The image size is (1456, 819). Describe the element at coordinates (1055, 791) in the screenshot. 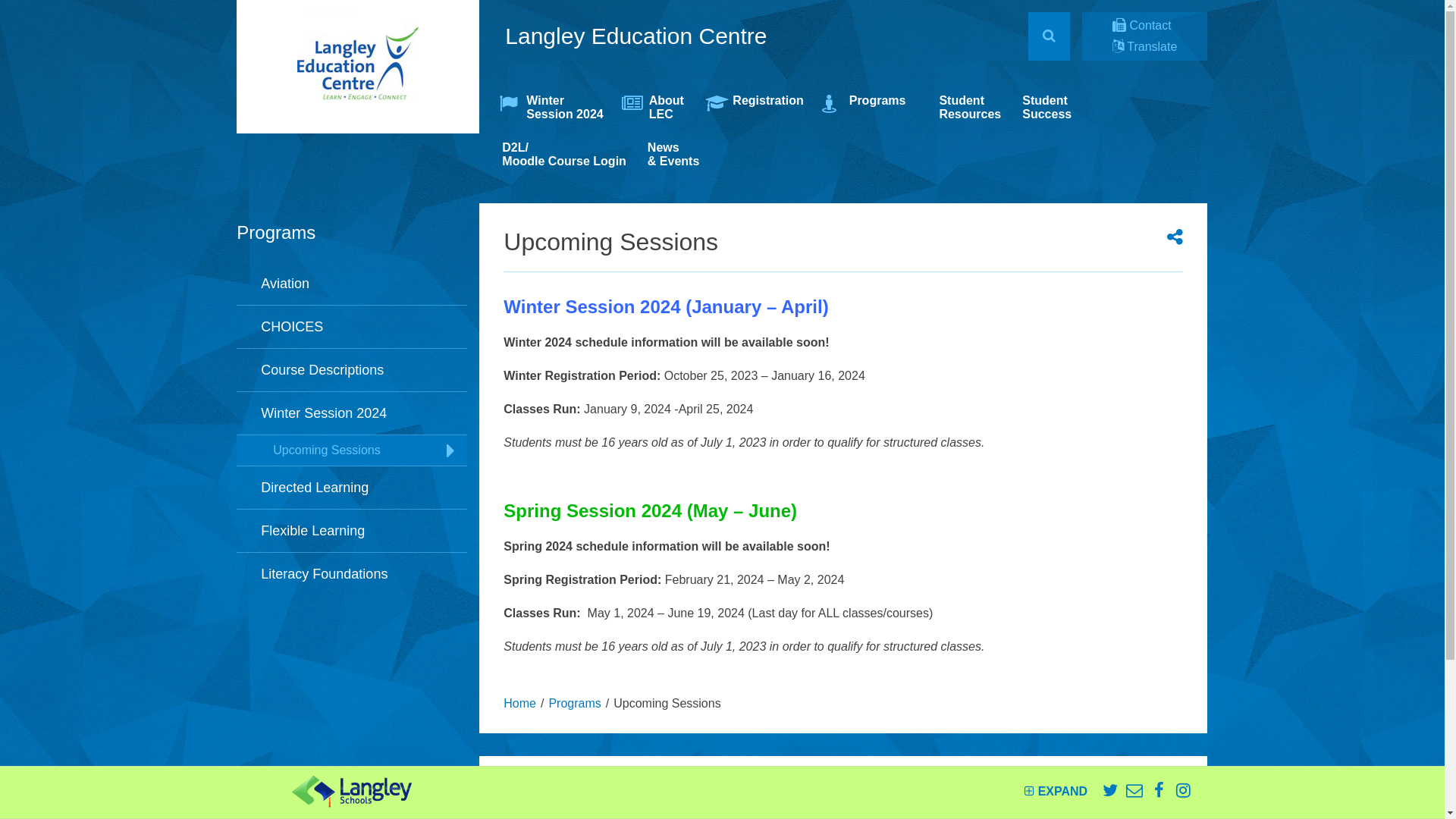

I see `' EXPAND'` at that location.